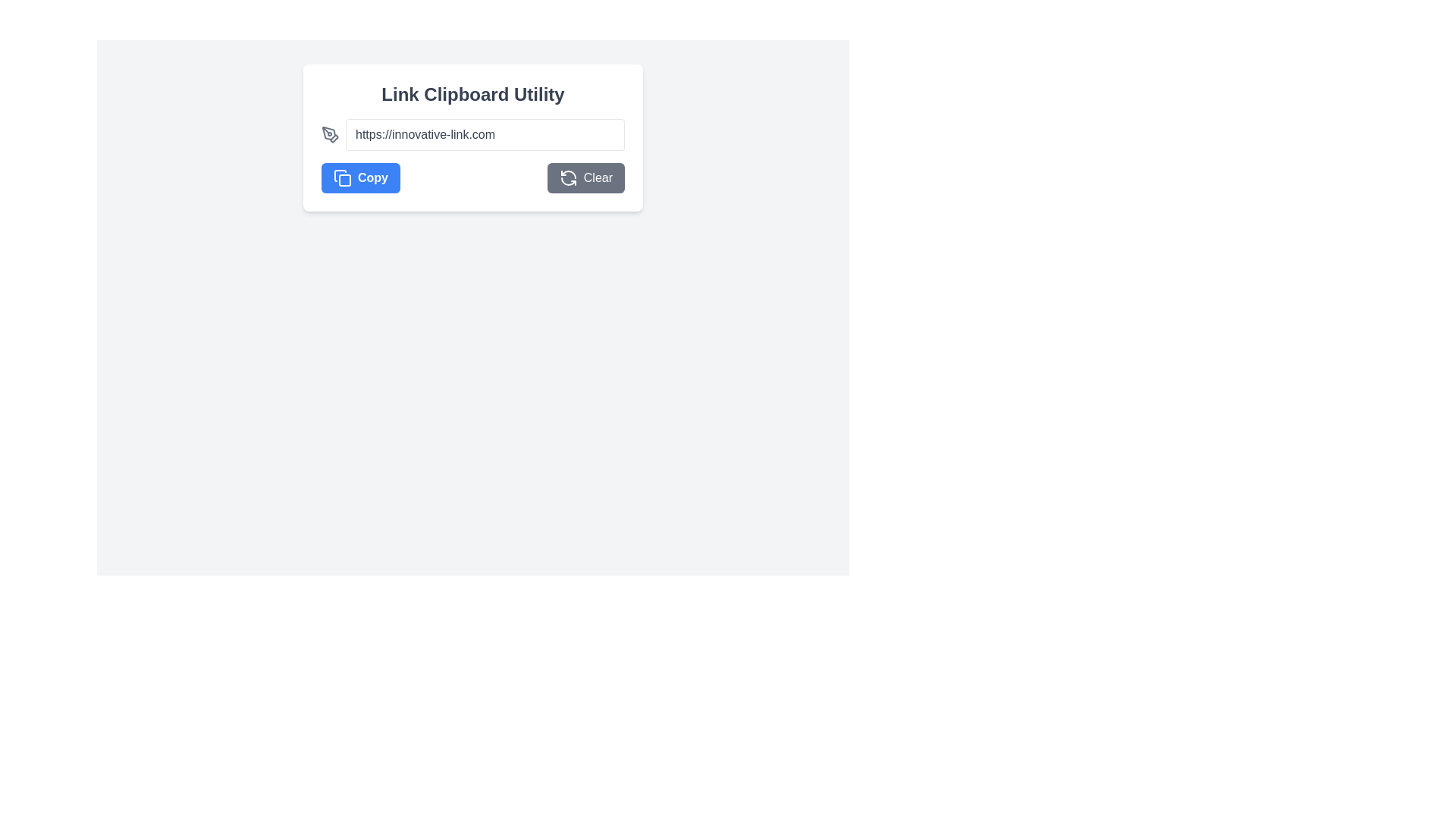 The height and width of the screenshot is (819, 1456). What do you see at coordinates (359, 177) in the screenshot?
I see `the 'Copy' button, which has a vibrant blue background and contains the text 'Copy' in white, to copy the URL to the clipboard` at bounding box center [359, 177].